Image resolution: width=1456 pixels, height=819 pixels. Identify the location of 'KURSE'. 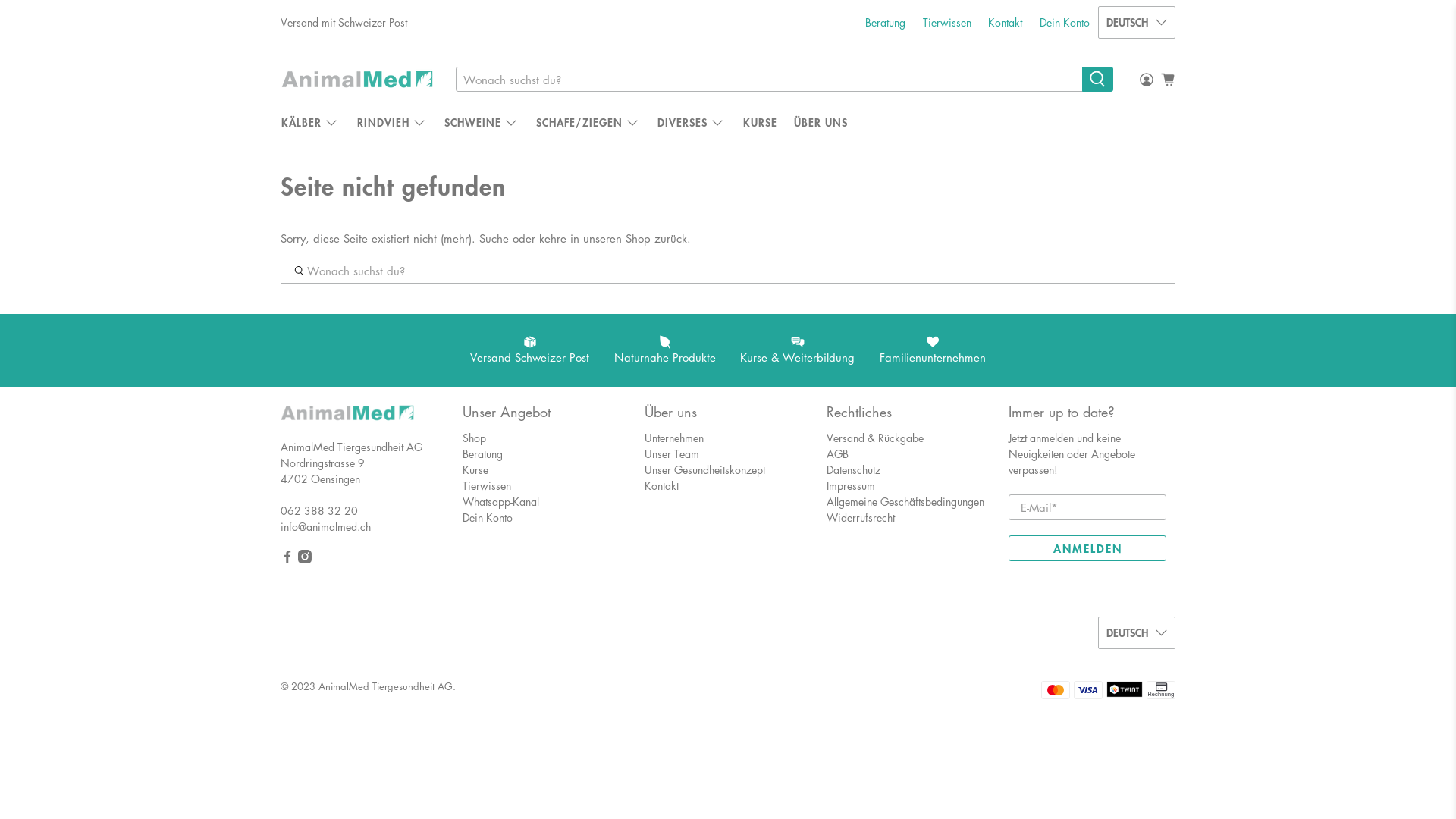
(760, 121).